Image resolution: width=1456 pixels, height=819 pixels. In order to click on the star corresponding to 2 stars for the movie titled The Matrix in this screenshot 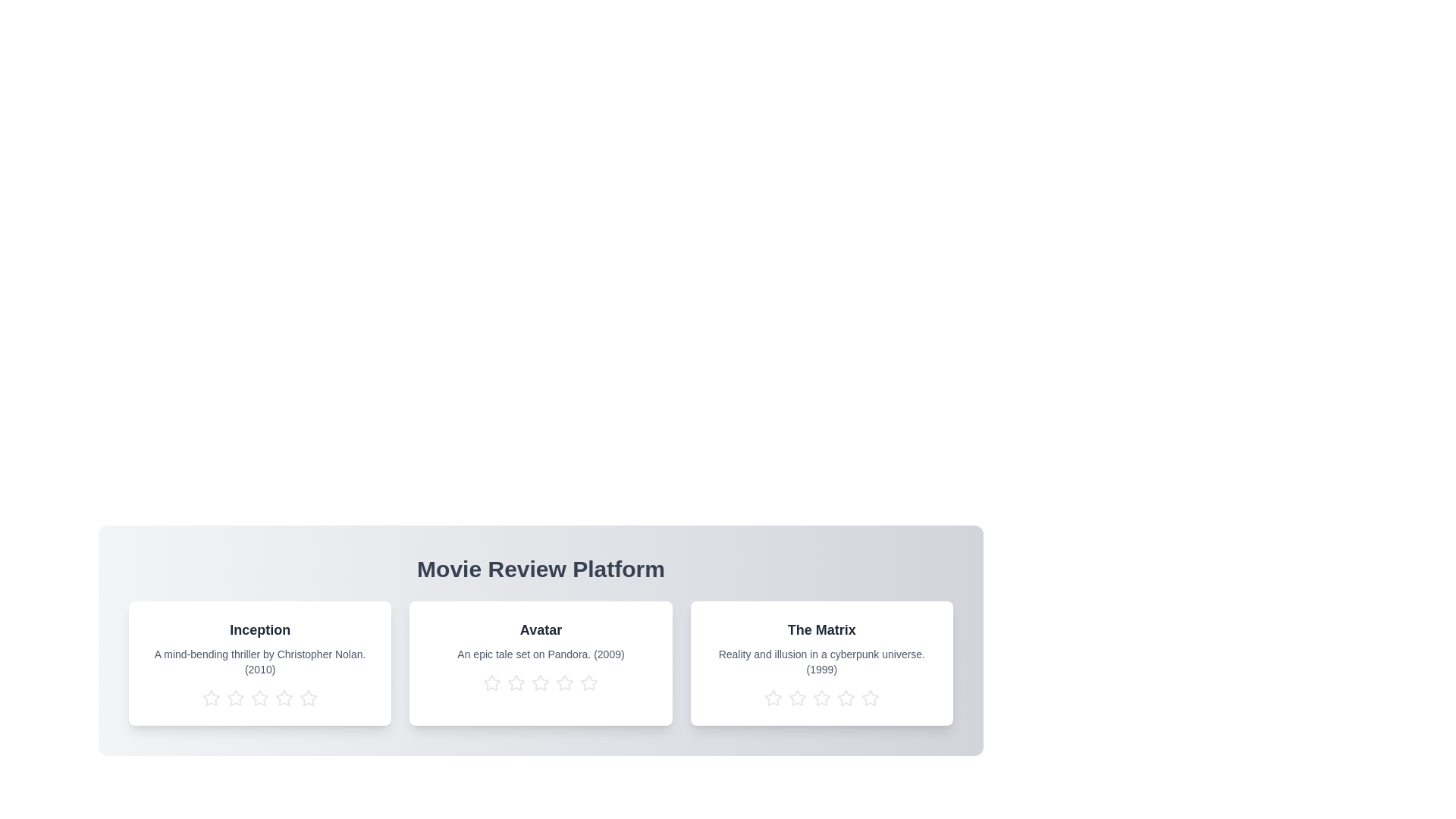, I will do `click(796, 698)`.